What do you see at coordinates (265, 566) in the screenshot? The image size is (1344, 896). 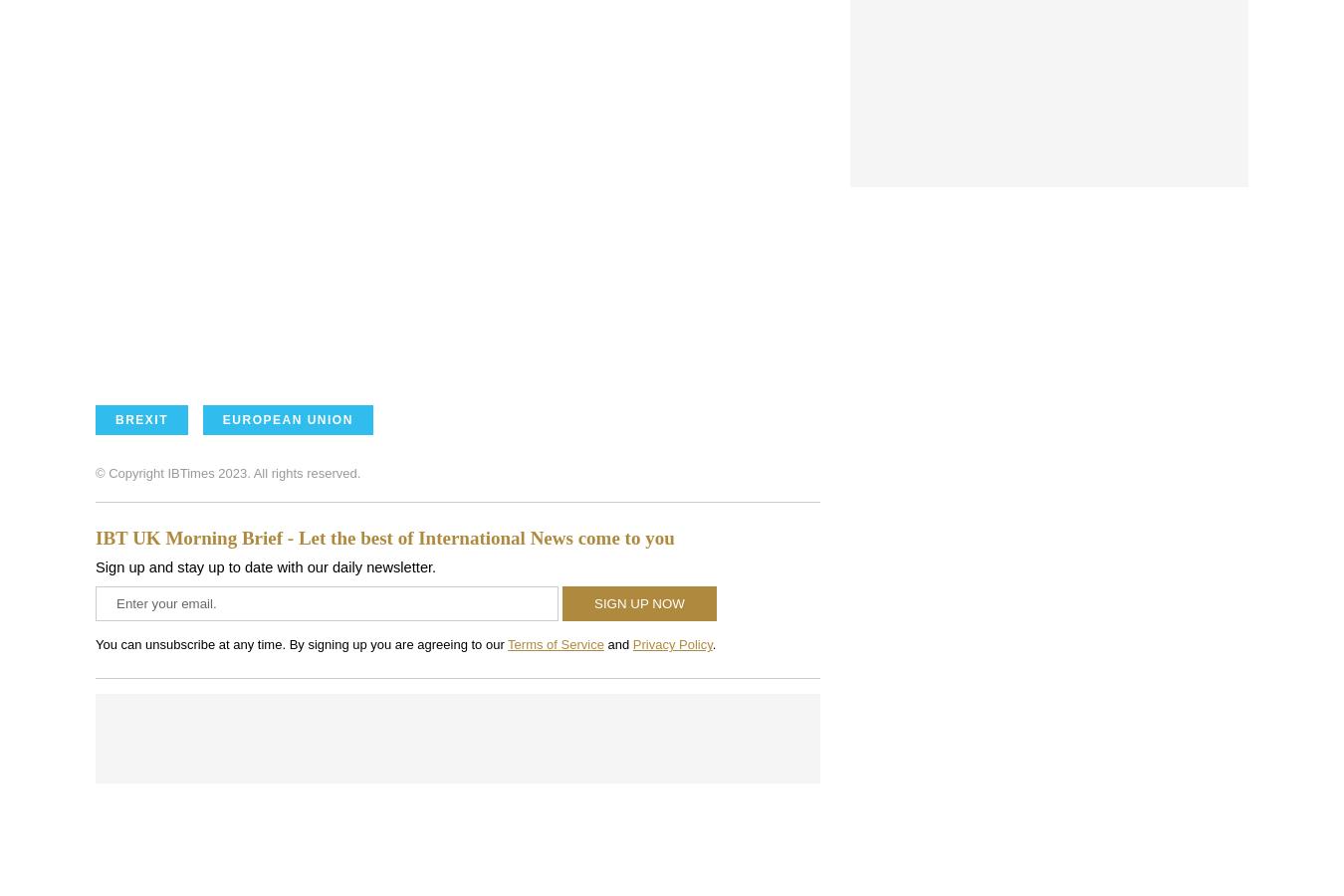 I see `'Sign up and stay up to date with our daily newsletter.'` at bounding box center [265, 566].